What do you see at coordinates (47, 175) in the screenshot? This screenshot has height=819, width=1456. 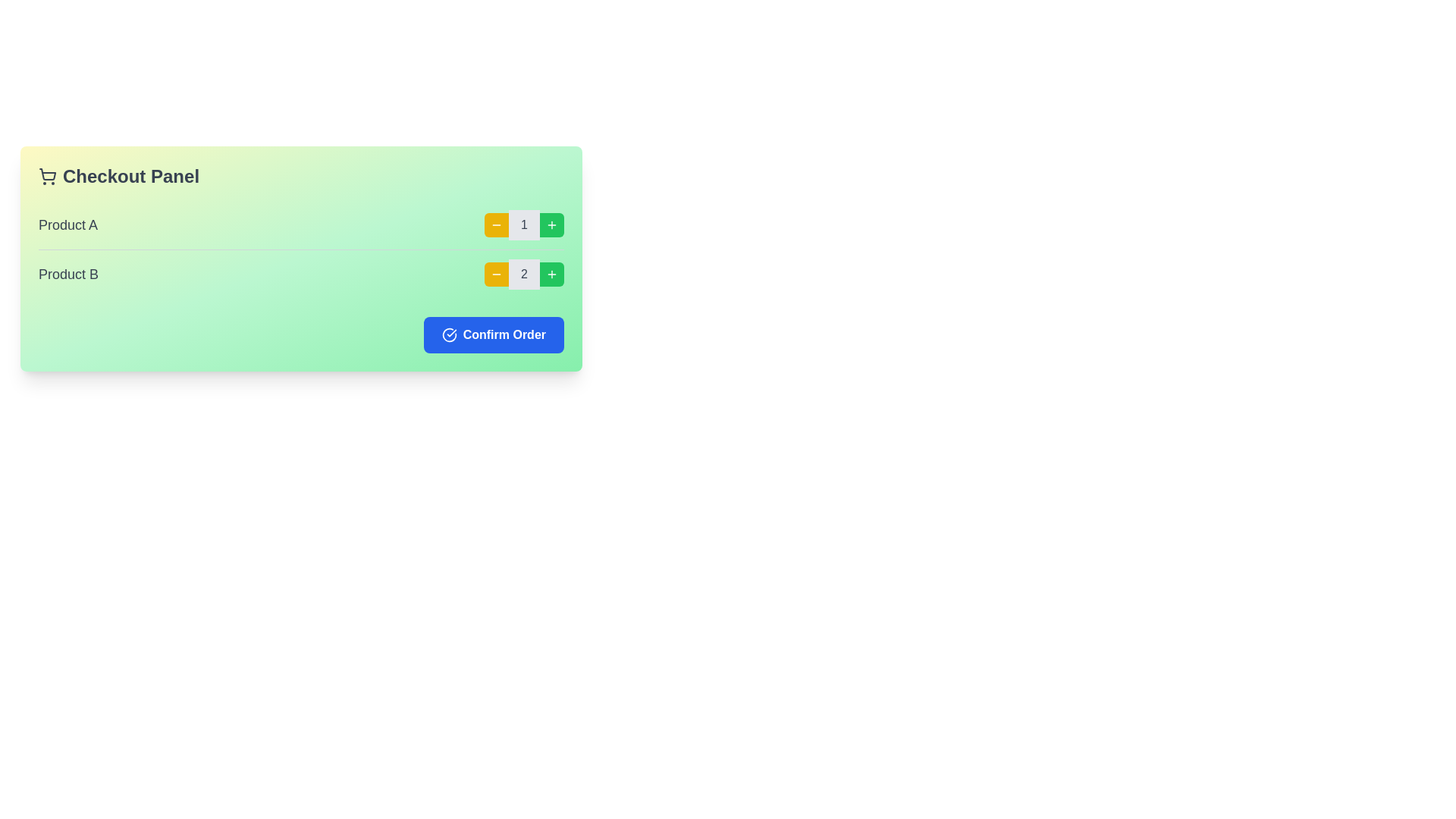 I see `the shopping cart icon located in the top-left section of the 'Checkout Panel' header for information about the section it represents` at bounding box center [47, 175].